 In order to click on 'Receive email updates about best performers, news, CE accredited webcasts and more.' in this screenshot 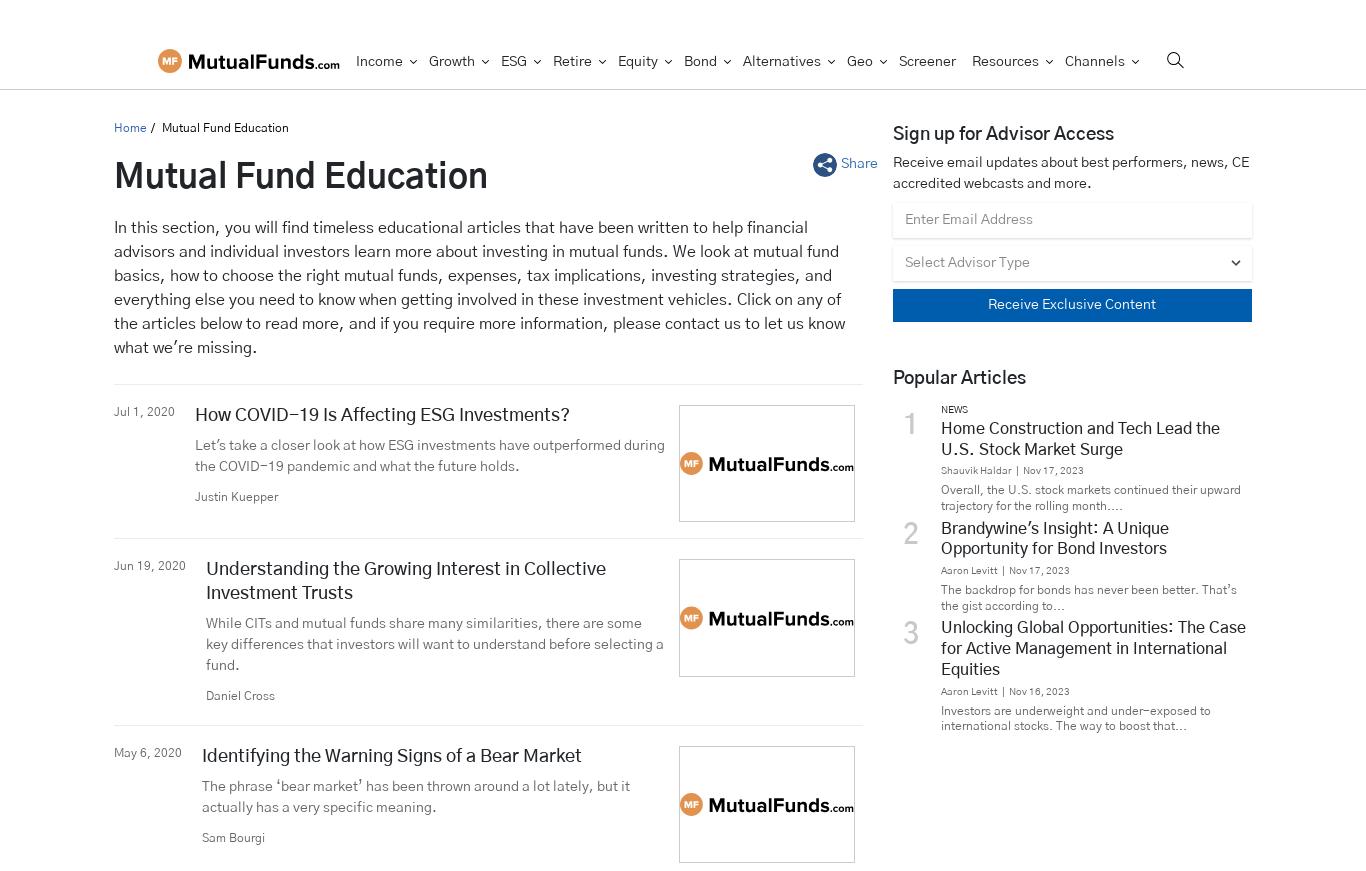, I will do `click(890, 172)`.